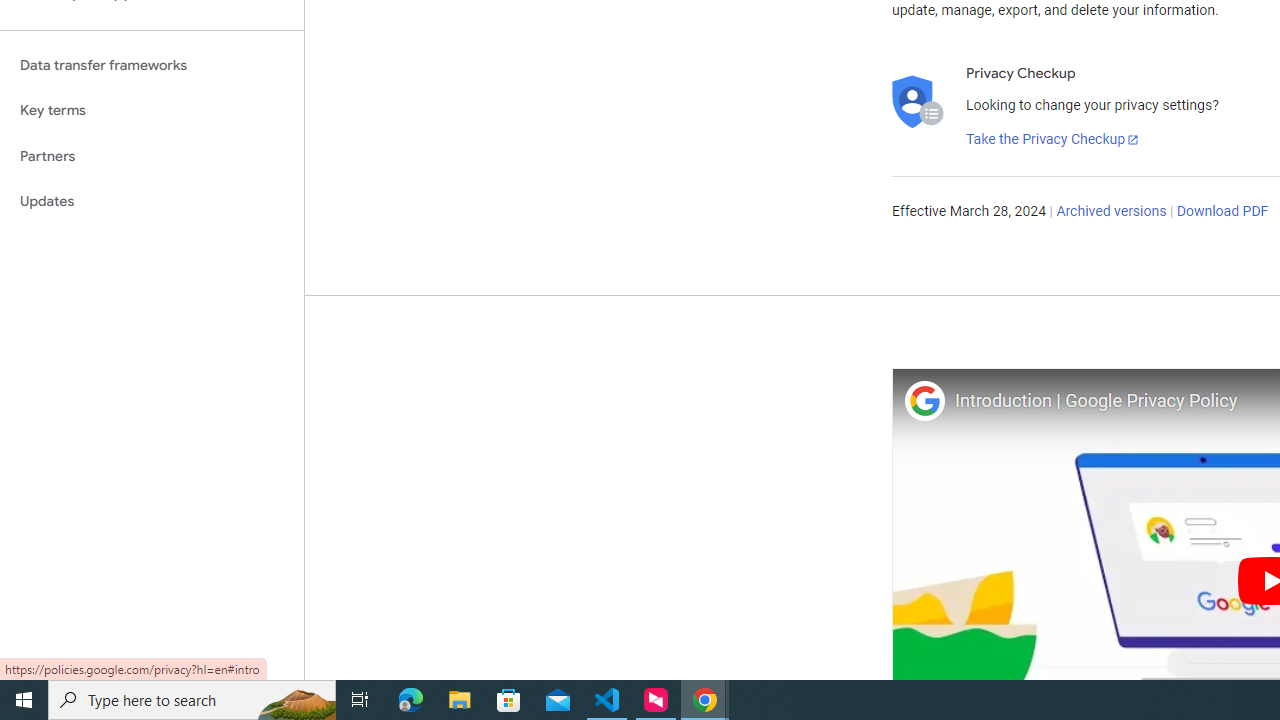 This screenshot has width=1280, height=720. Describe the element at coordinates (1221, 212) in the screenshot. I see `'Download PDF'` at that location.